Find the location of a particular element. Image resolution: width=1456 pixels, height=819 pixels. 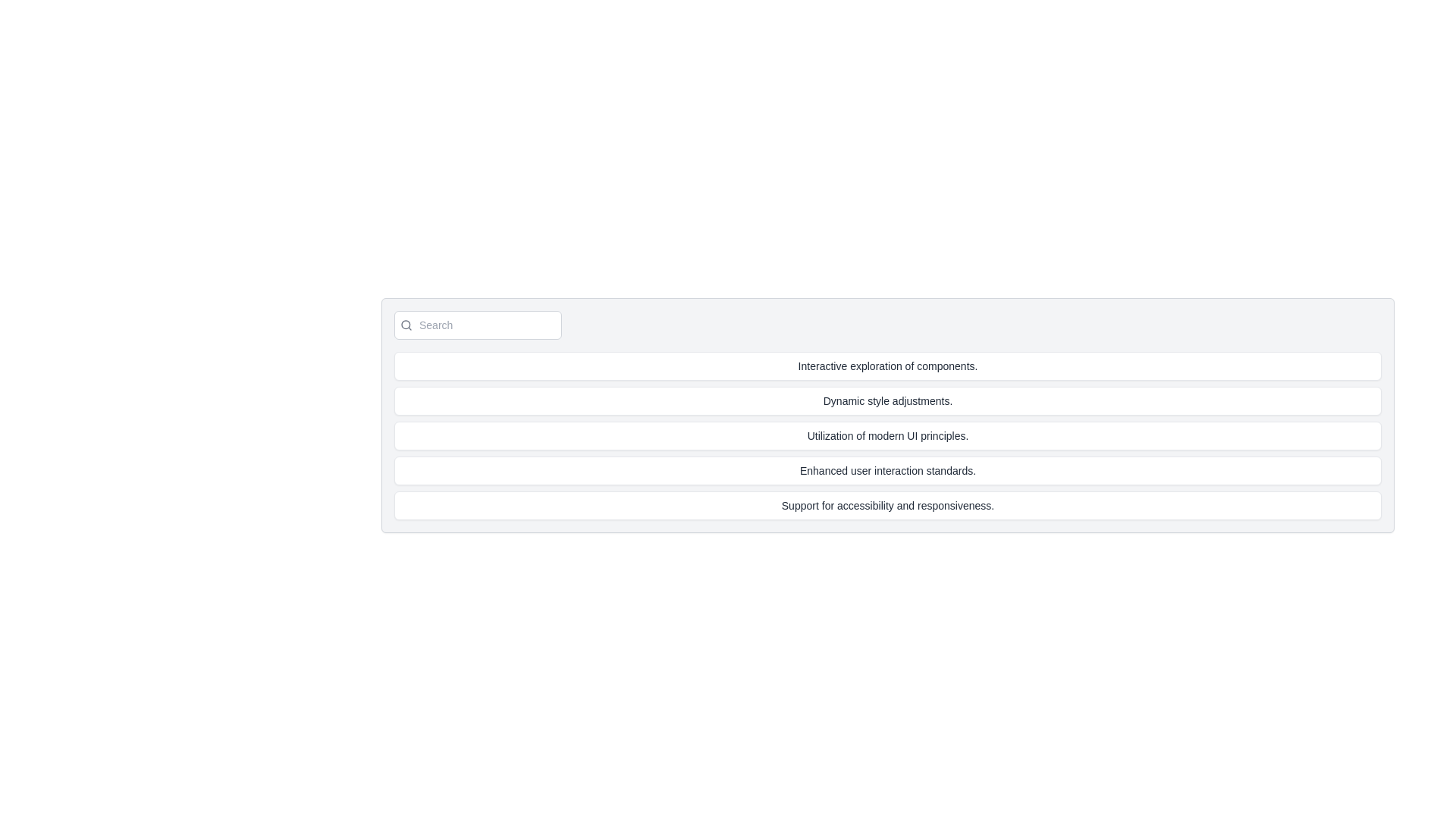

the lowercase letter 'n' in the sentence 'Enhanced user interaction standards.' which is the twenty-first character in the text is located at coordinates (880, 470).